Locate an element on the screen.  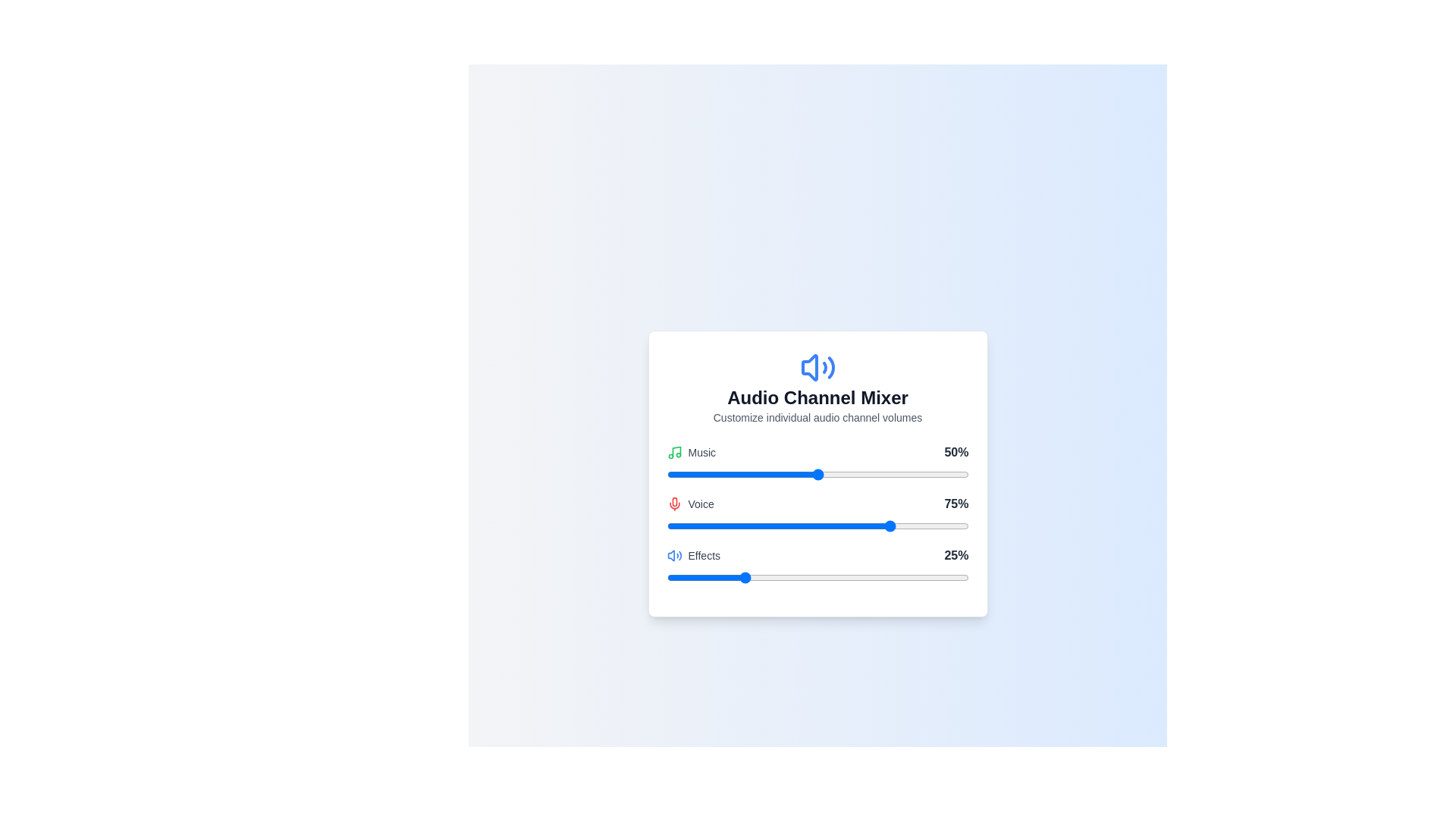
the 'Voice' label with the red microphone icon and bold '75%' text to focus on adjusting the volume of the Voice audio channel is located at coordinates (817, 504).